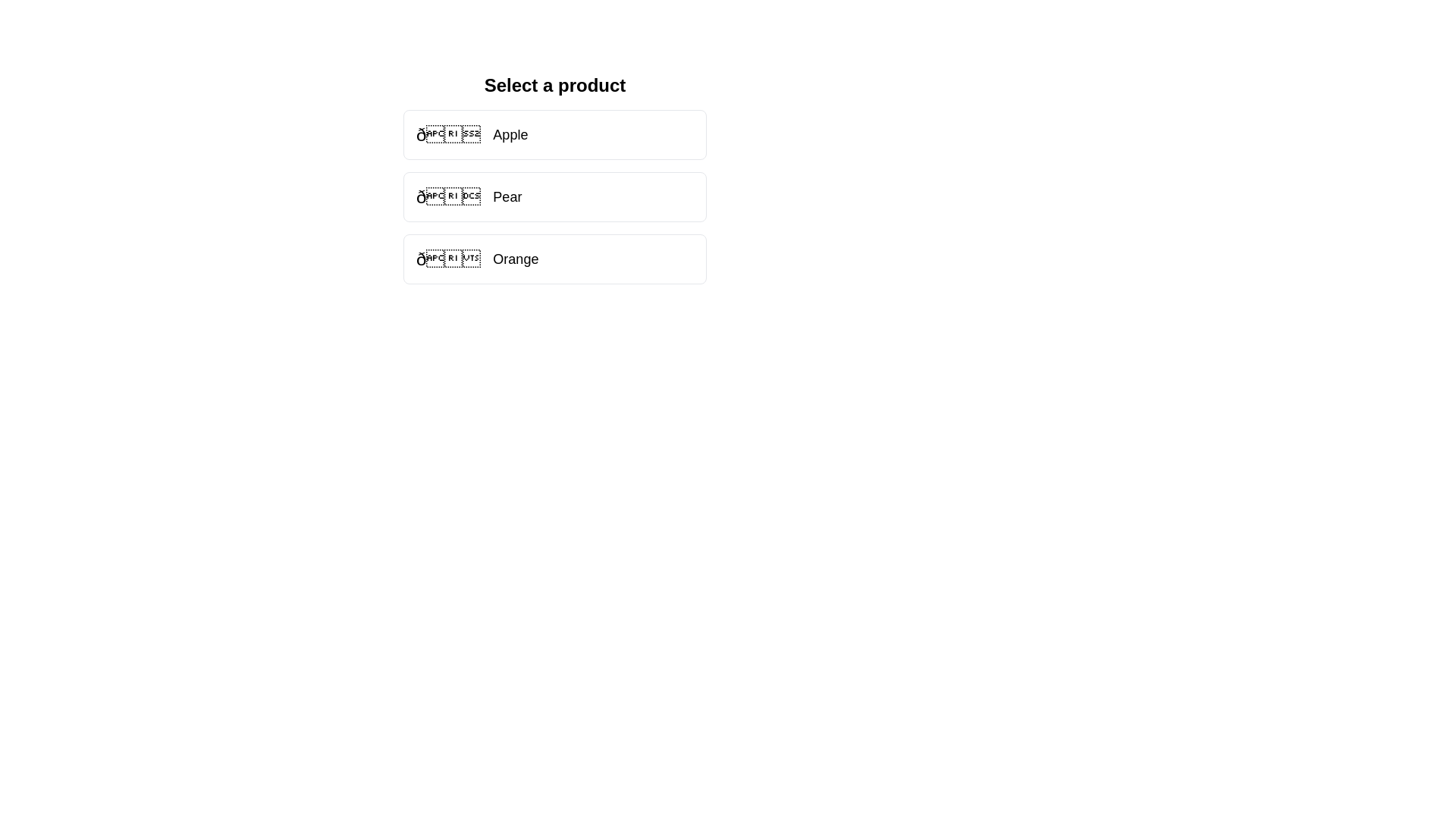 Image resolution: width=1456 pixels, height=819 pixels. What do you see at coordinates (471, 133) in the screenshot?
I see `the text display showing the apple emoji followed by the word 'Apple'` at bounding box center [471, 133].